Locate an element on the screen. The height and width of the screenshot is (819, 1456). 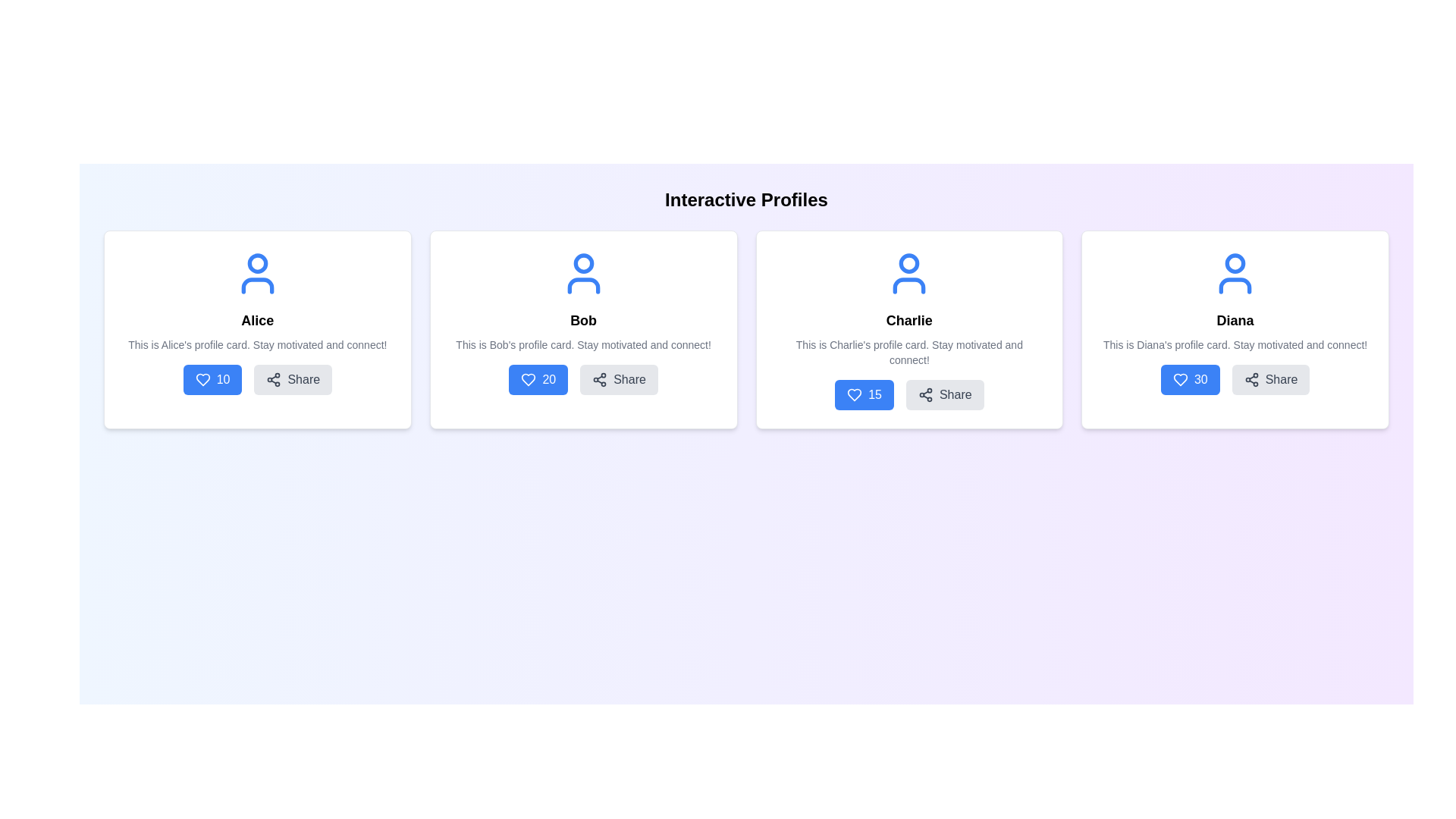
the heart icon located on Bob's profile card in the Interactive Profiles section is located at coordinates (529, 379).